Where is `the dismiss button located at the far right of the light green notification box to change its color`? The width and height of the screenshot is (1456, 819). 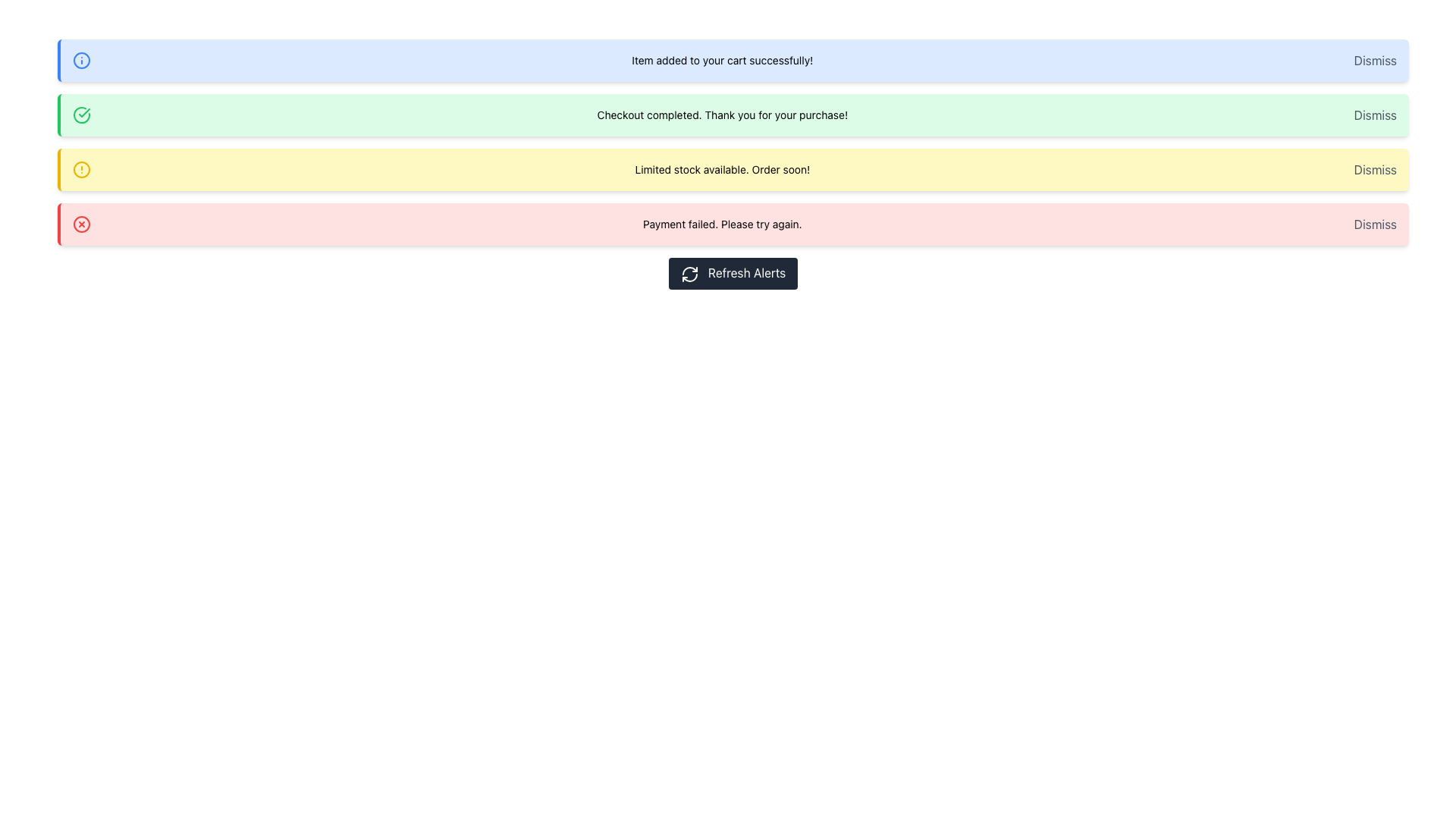
the dismiss button located at the far right of the light green notification box to change its color is located at coordinates (1375, 114).